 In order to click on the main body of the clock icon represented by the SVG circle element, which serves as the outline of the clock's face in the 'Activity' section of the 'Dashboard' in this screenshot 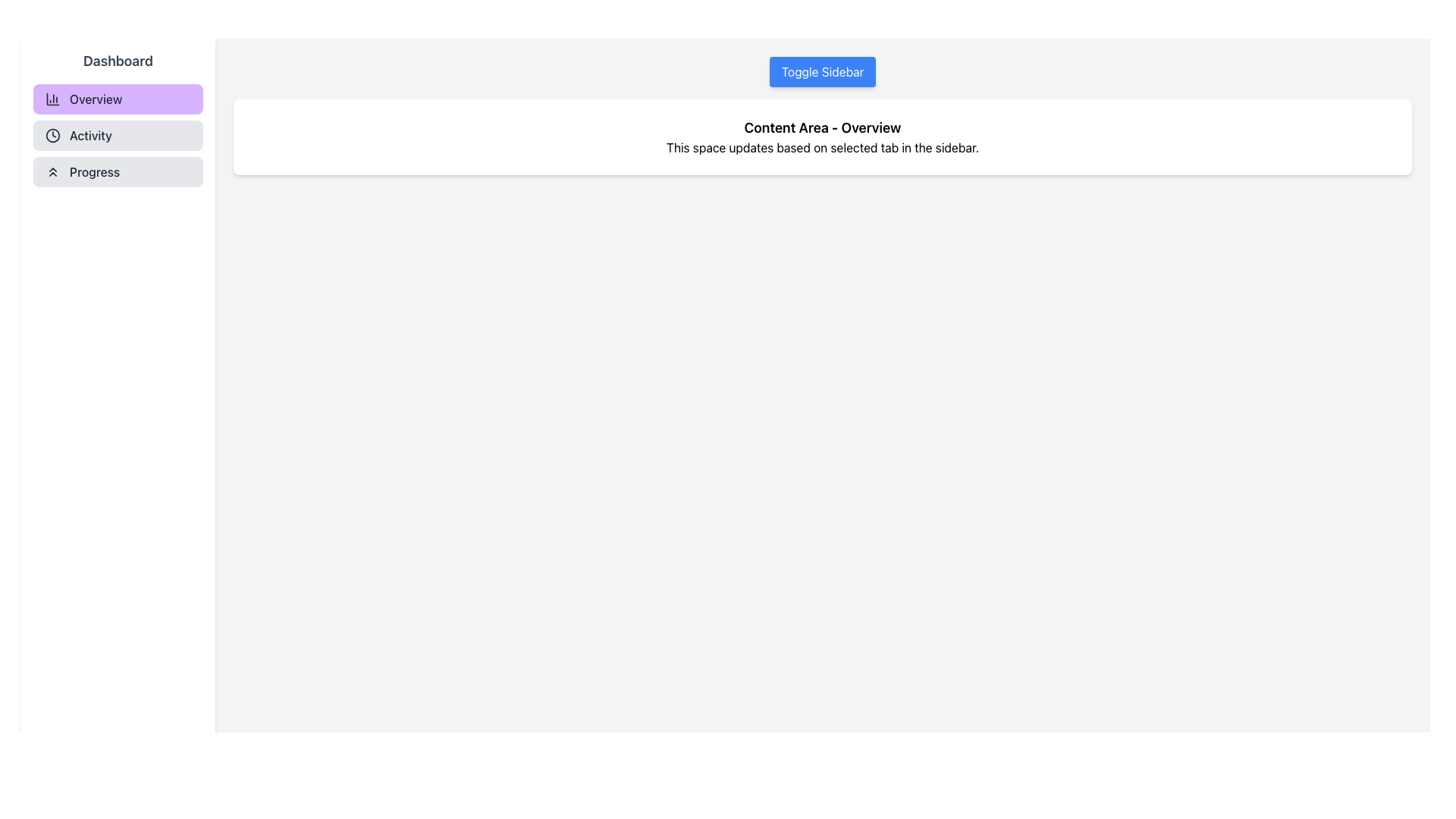, I will do `click(53, 134)`.